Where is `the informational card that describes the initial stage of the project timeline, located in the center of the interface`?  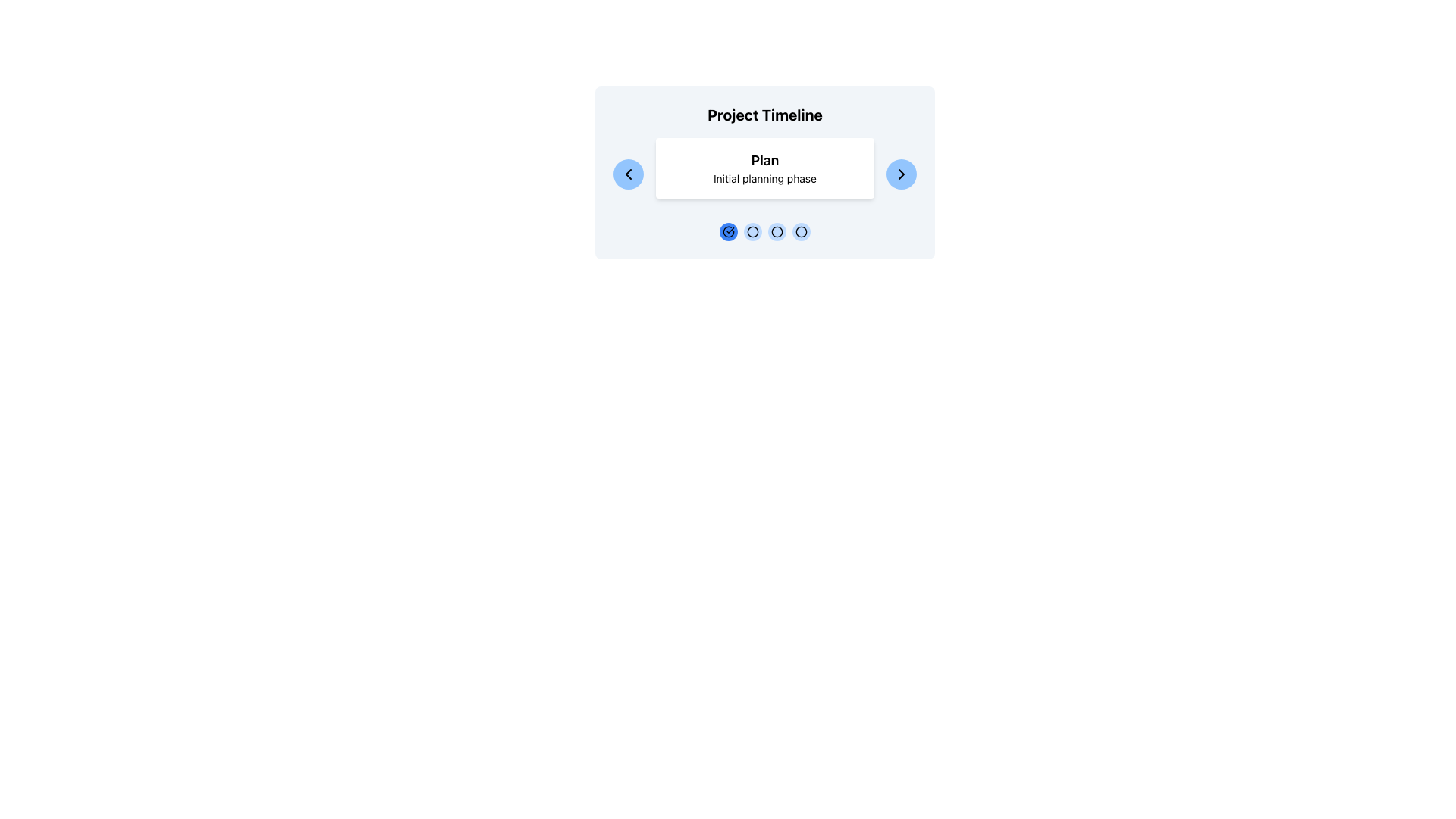 the informational card that describes the initial stage of the project timeline, located in the center of the interface is located at coordinates (764, 168).